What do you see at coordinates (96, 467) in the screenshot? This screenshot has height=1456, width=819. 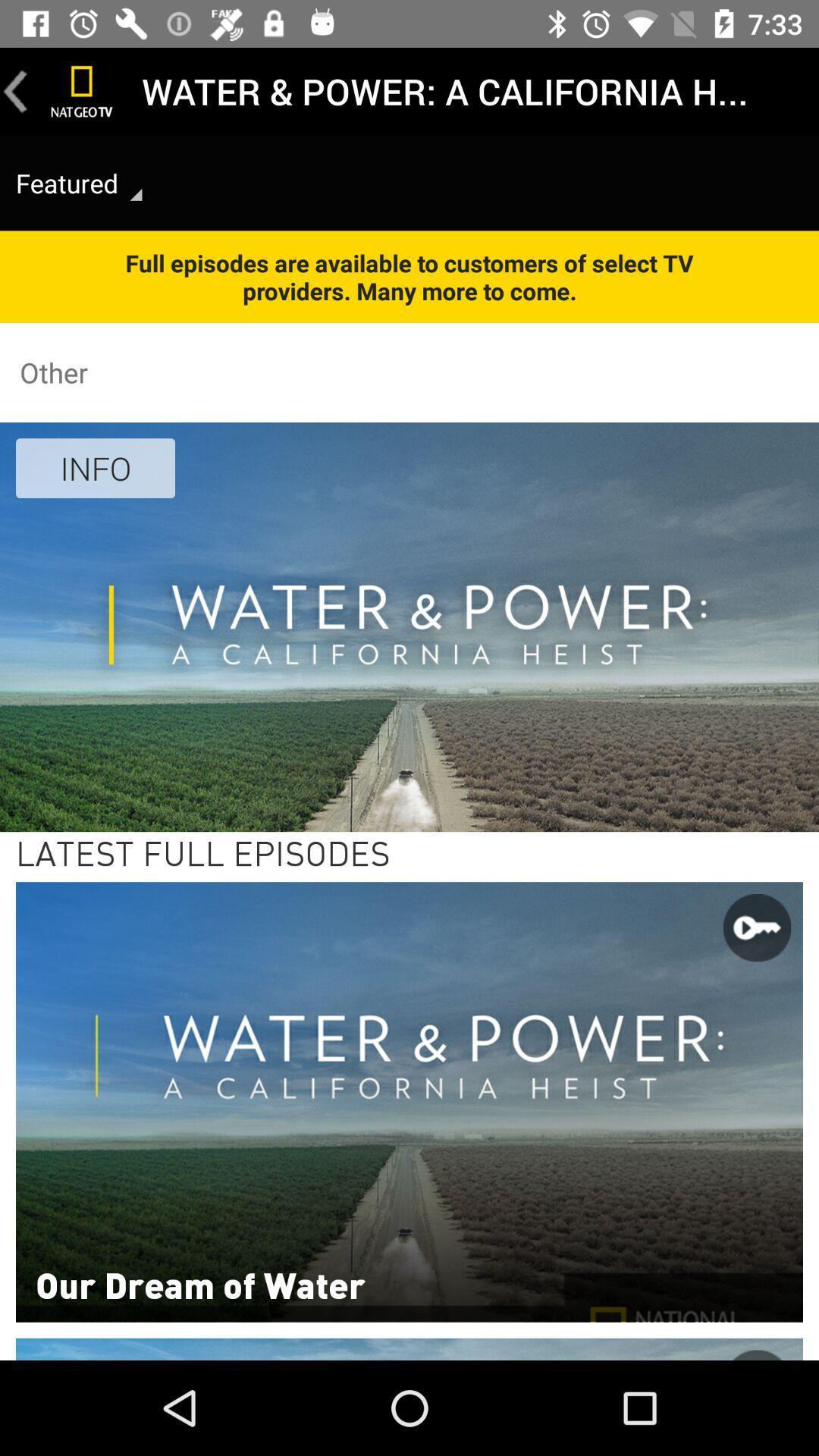 I see `the item below the other icon` at bounding box center [96, 467].